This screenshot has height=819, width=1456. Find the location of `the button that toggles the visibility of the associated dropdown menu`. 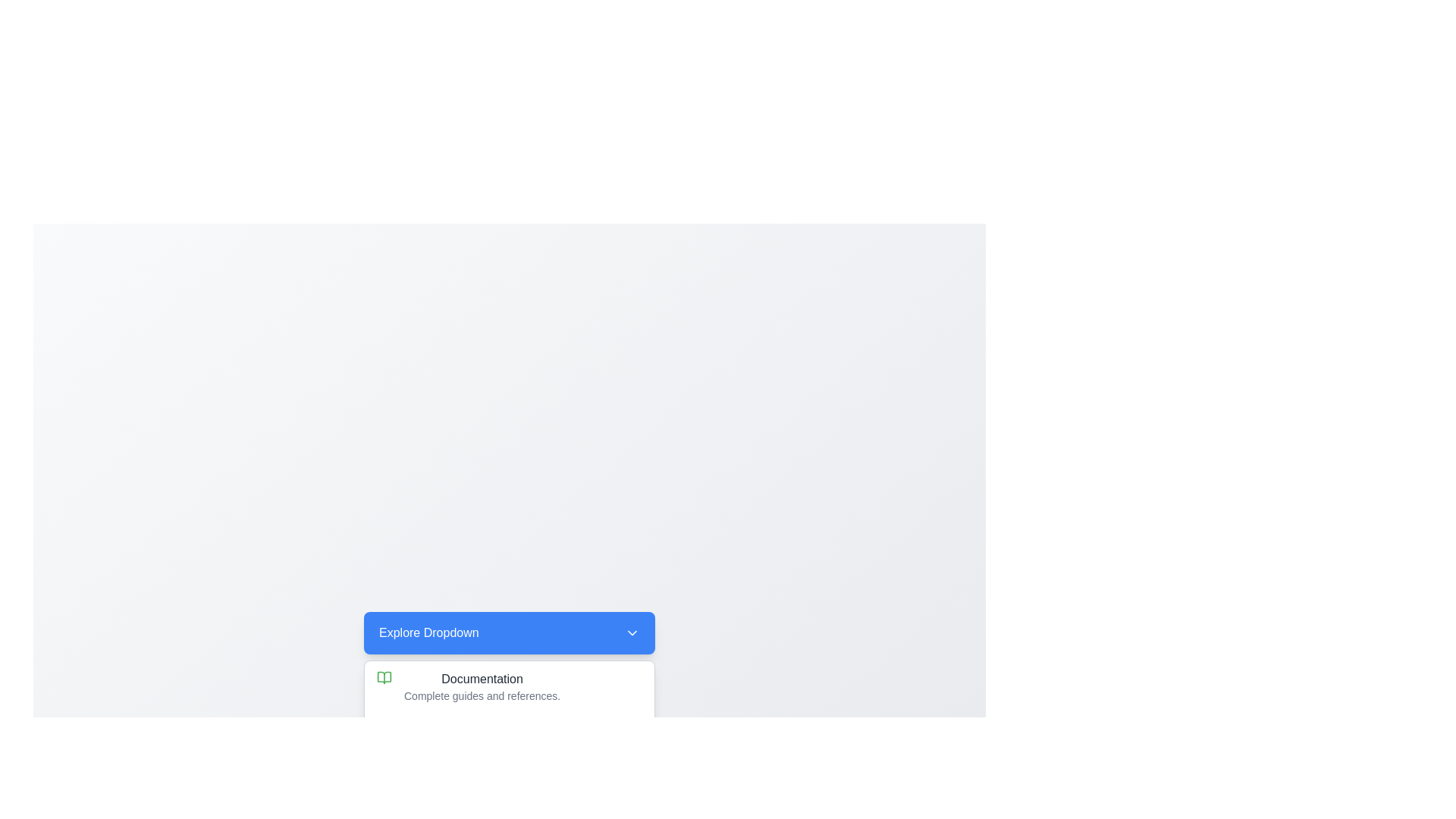

the button that toggles the visibility of the associated dropdown menu is located at coordinates (510, 632).